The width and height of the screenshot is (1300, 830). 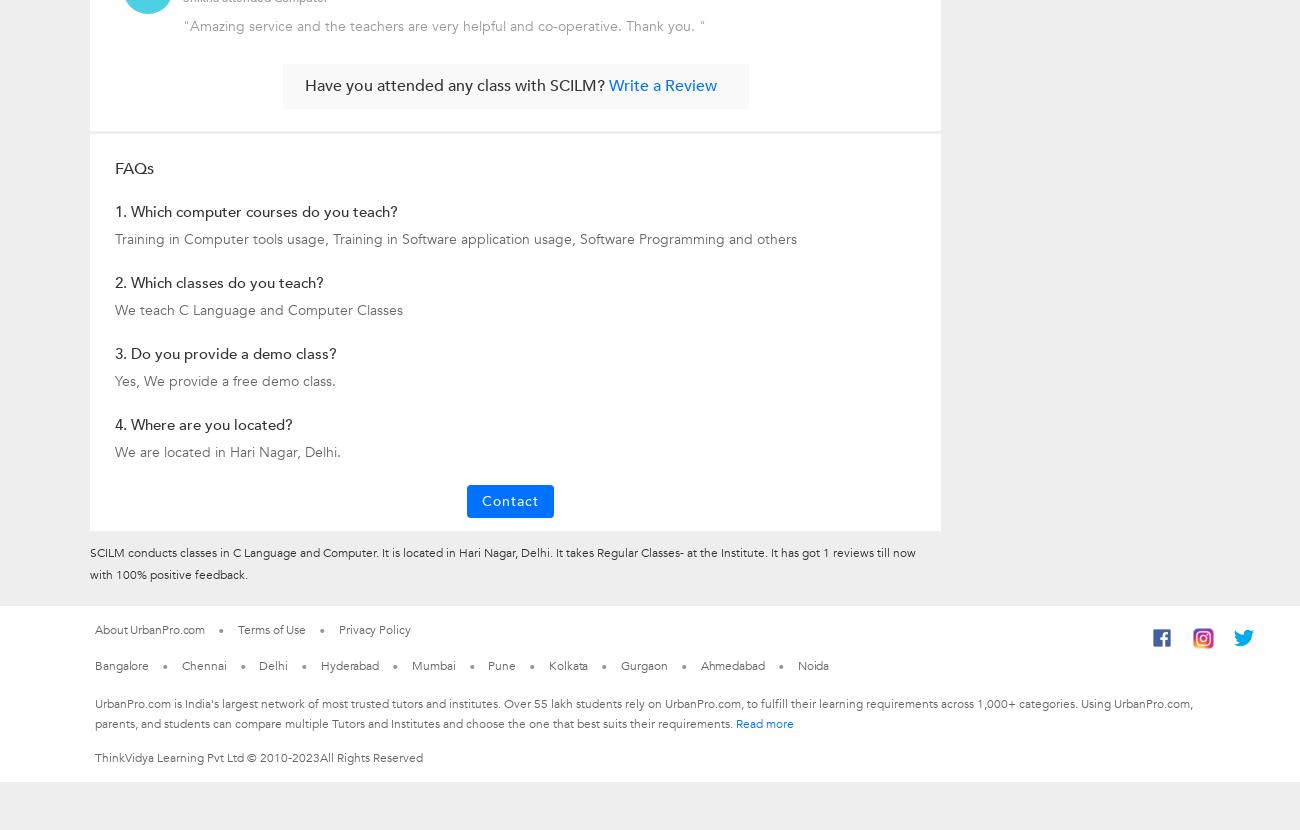 What do you see at coordinates (644, 712) in the screenshot?
I see `'UrbanPro.com is India's largest network of most trusted tutors and institutes. Over 55 lakh students rely on UrbanPro.com, to fulfill their learning requirements across 1,000+ categories. Using UrbanPro.com, parents, and students can compare multiple Tutors and Institutes and choose the one that best suits their requirements.'` at bounding box center [644, 712].